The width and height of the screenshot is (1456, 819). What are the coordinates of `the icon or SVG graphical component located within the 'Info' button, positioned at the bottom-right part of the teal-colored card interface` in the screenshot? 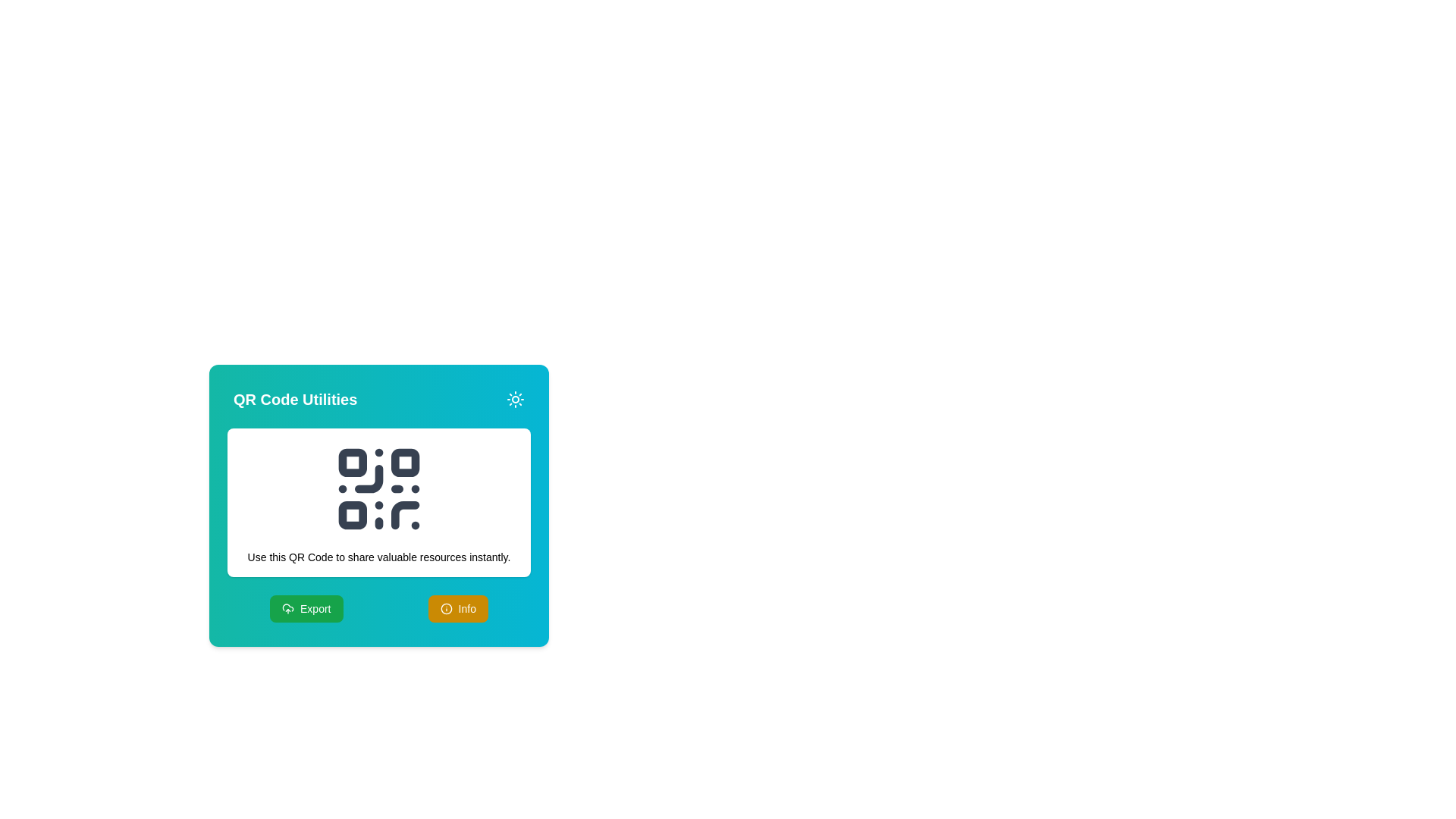 It's located at (445, 607).